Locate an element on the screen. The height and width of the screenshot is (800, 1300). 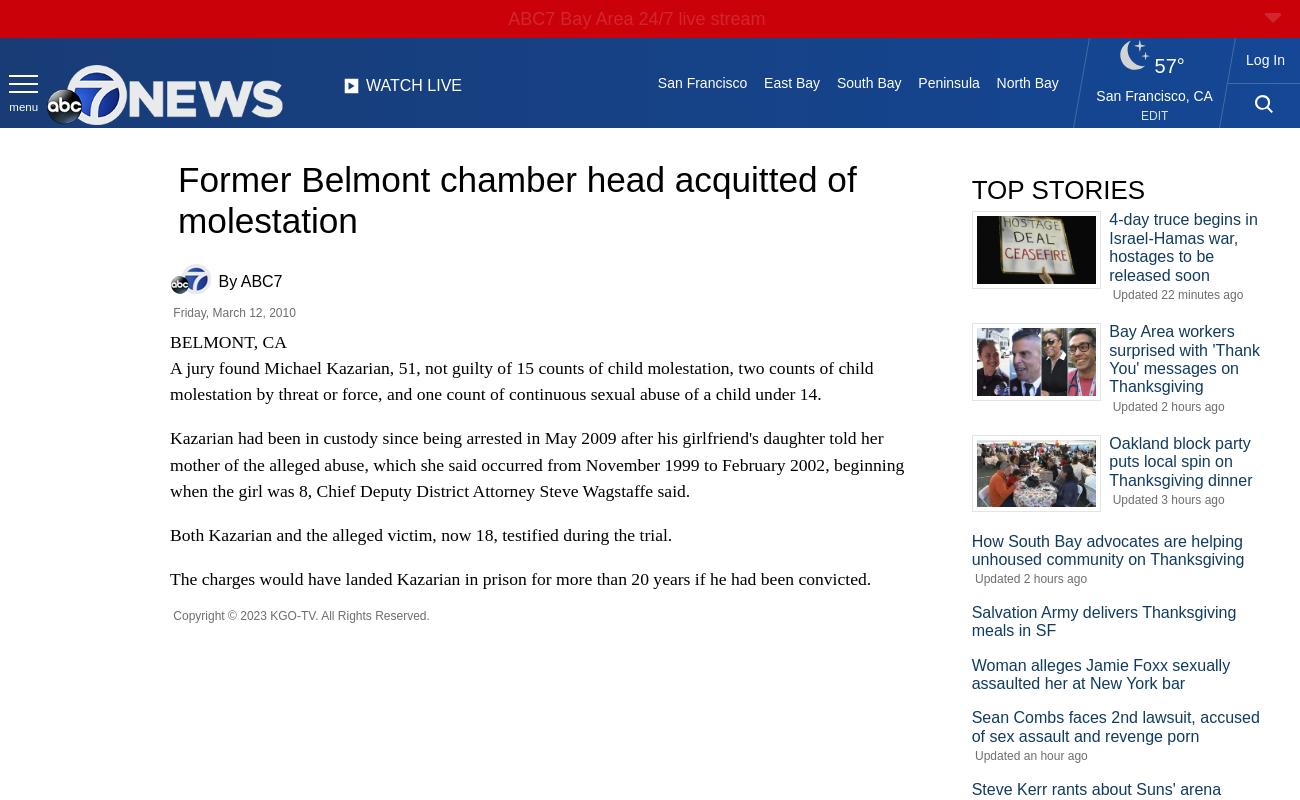
'San Francisco' is located at coordinates (701, 83).